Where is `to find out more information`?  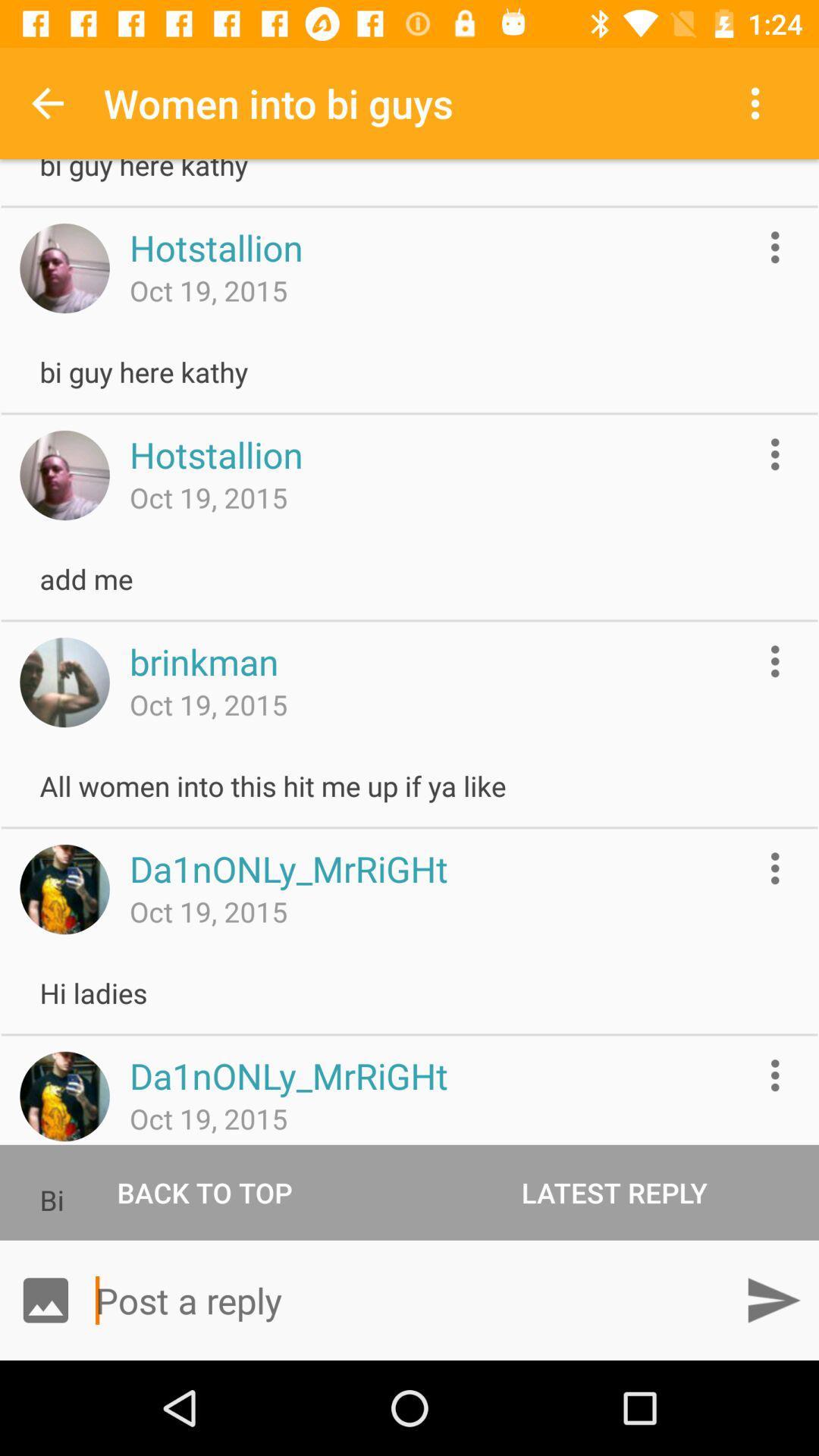
to find out more information is located at coordinates (775, 1075).